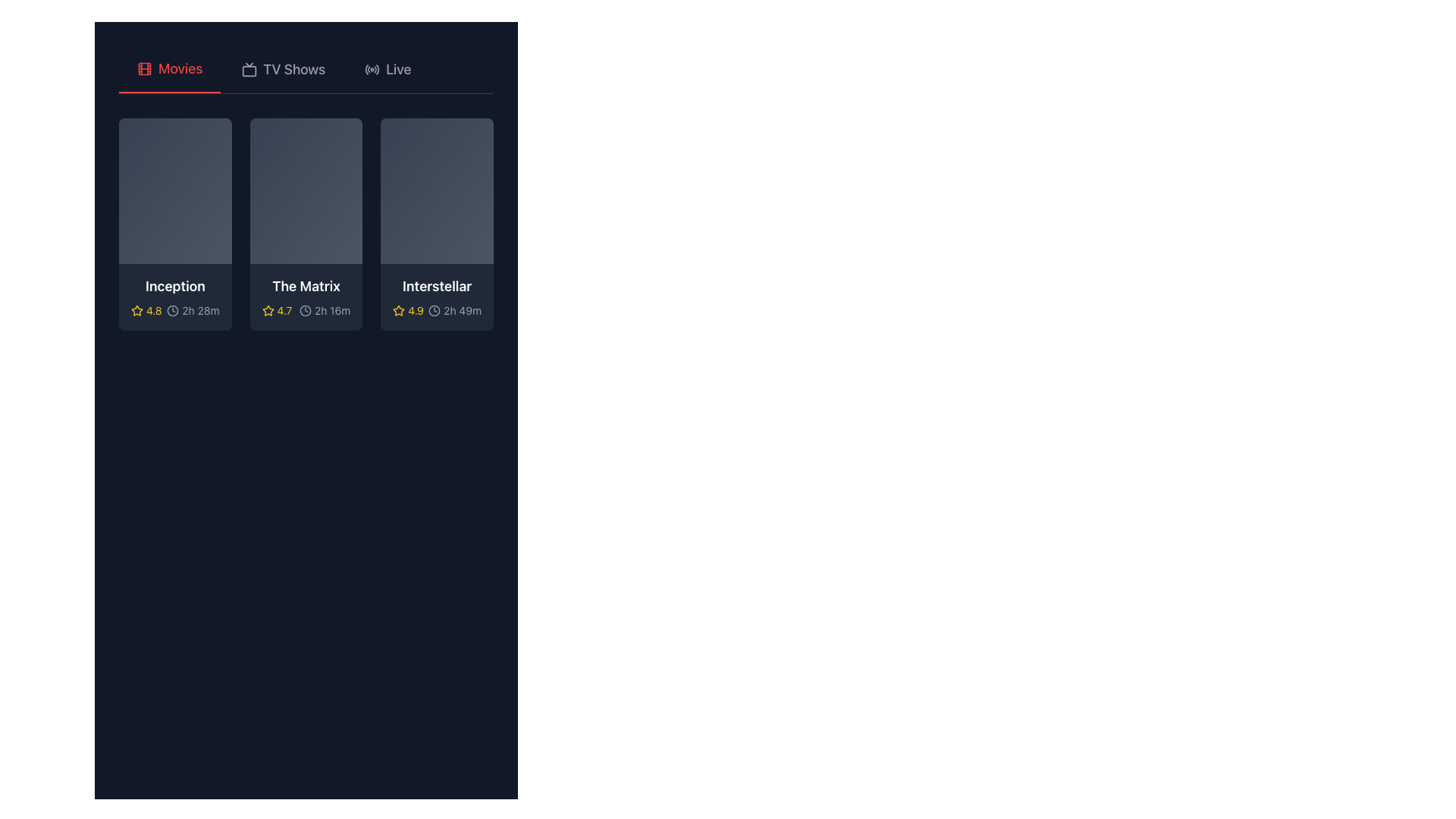 Image resolution: width=1456 pixels, height=819 pixels. I want to click on the 'Movies' text label in the navigation bar, which is prominently displayed in bold red font, so click(180, 69).